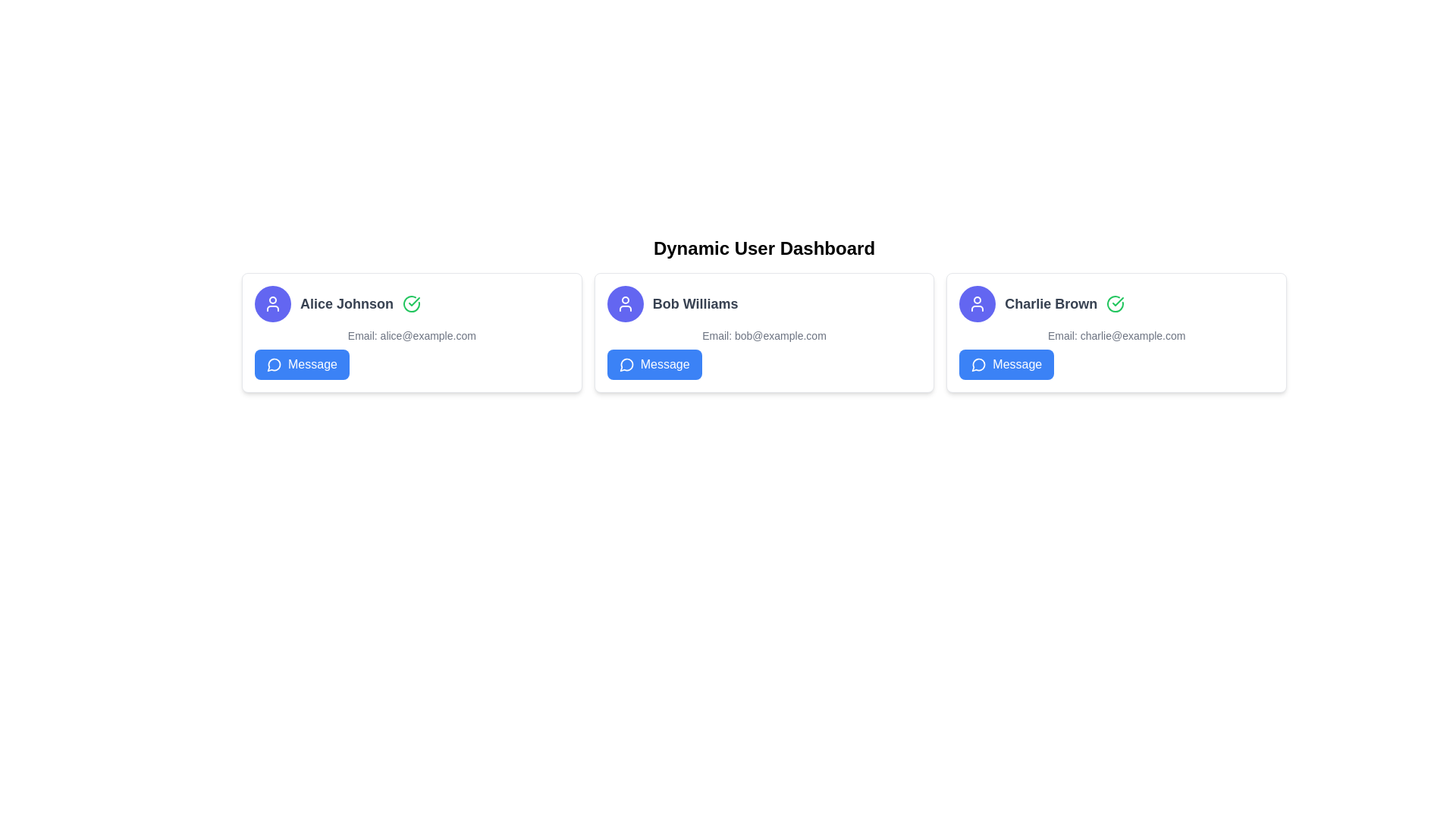 The height and width of the screenshot is (819, 1456). I want to click on the verification icon indicating that 'Alice Johnson' has been approved, located to the right of her name and slightly above the email and button components, so click(411, 304).